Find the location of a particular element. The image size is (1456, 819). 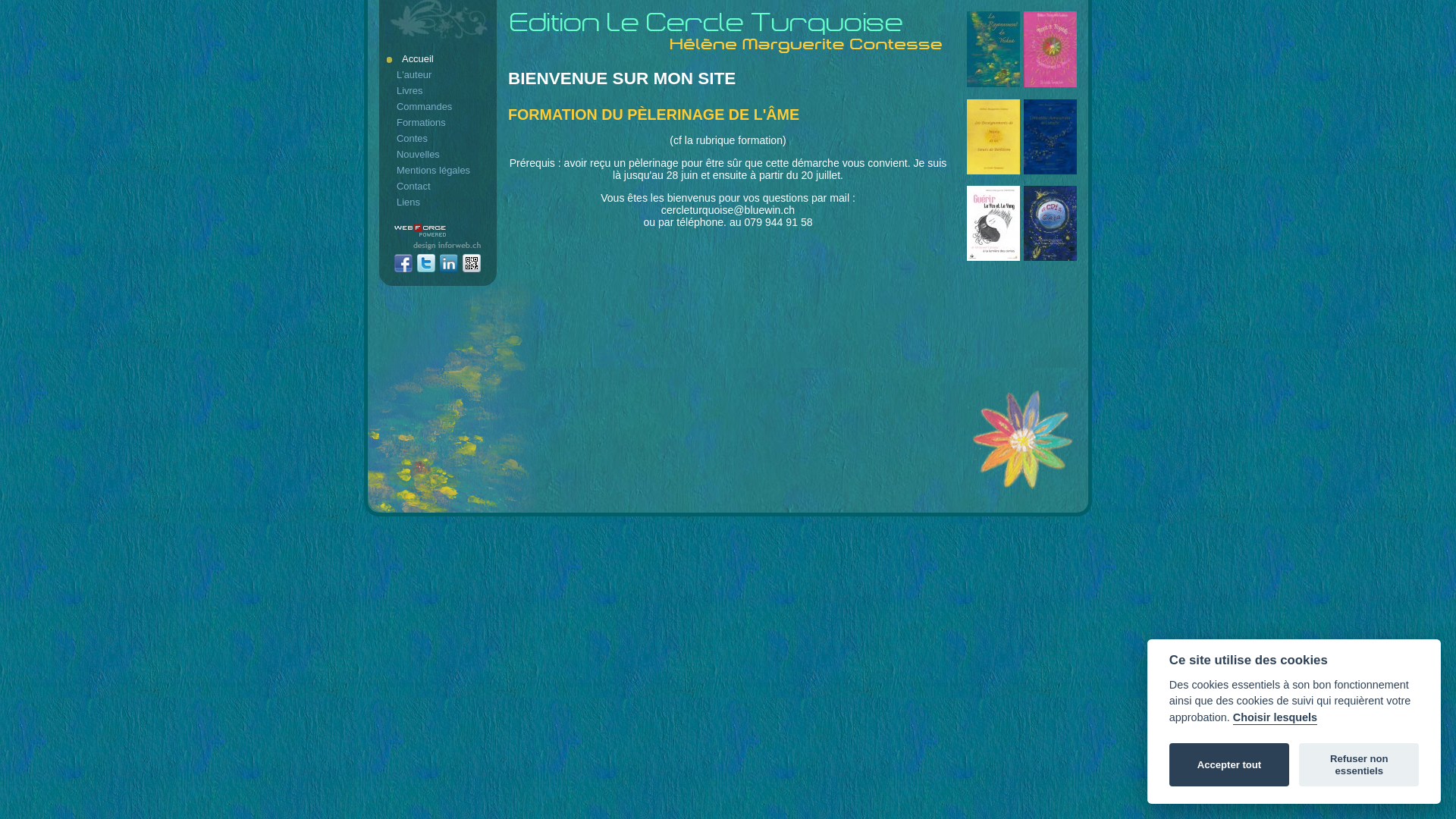

'Livres' is located at coordinates (385, 90).